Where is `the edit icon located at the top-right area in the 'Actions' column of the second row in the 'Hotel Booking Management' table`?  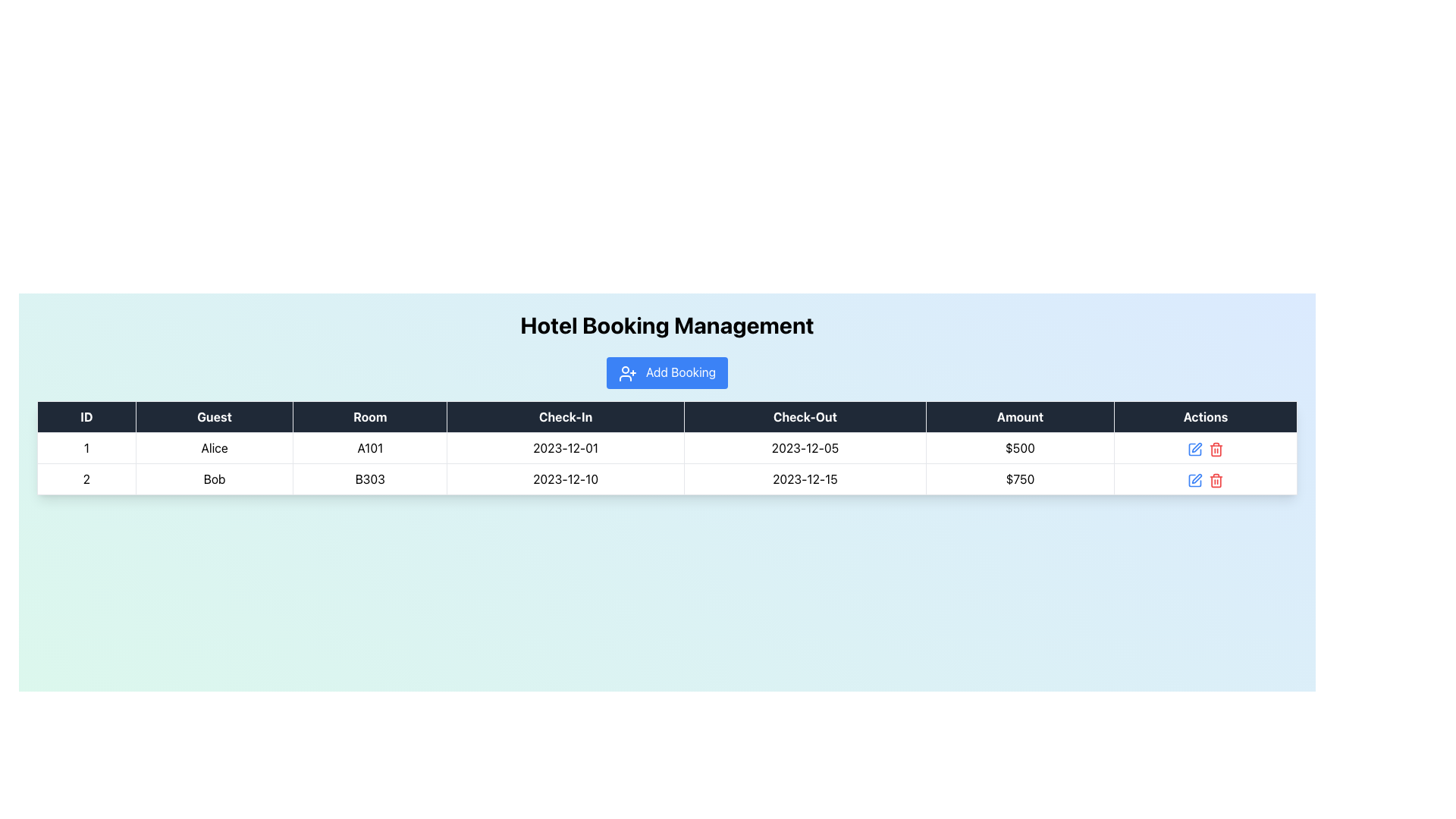
the edit icon located at the top-right area in the 'Actions' column of the second row in the 'Hotel Booking Management' table is located at coordinates (1194, 480).